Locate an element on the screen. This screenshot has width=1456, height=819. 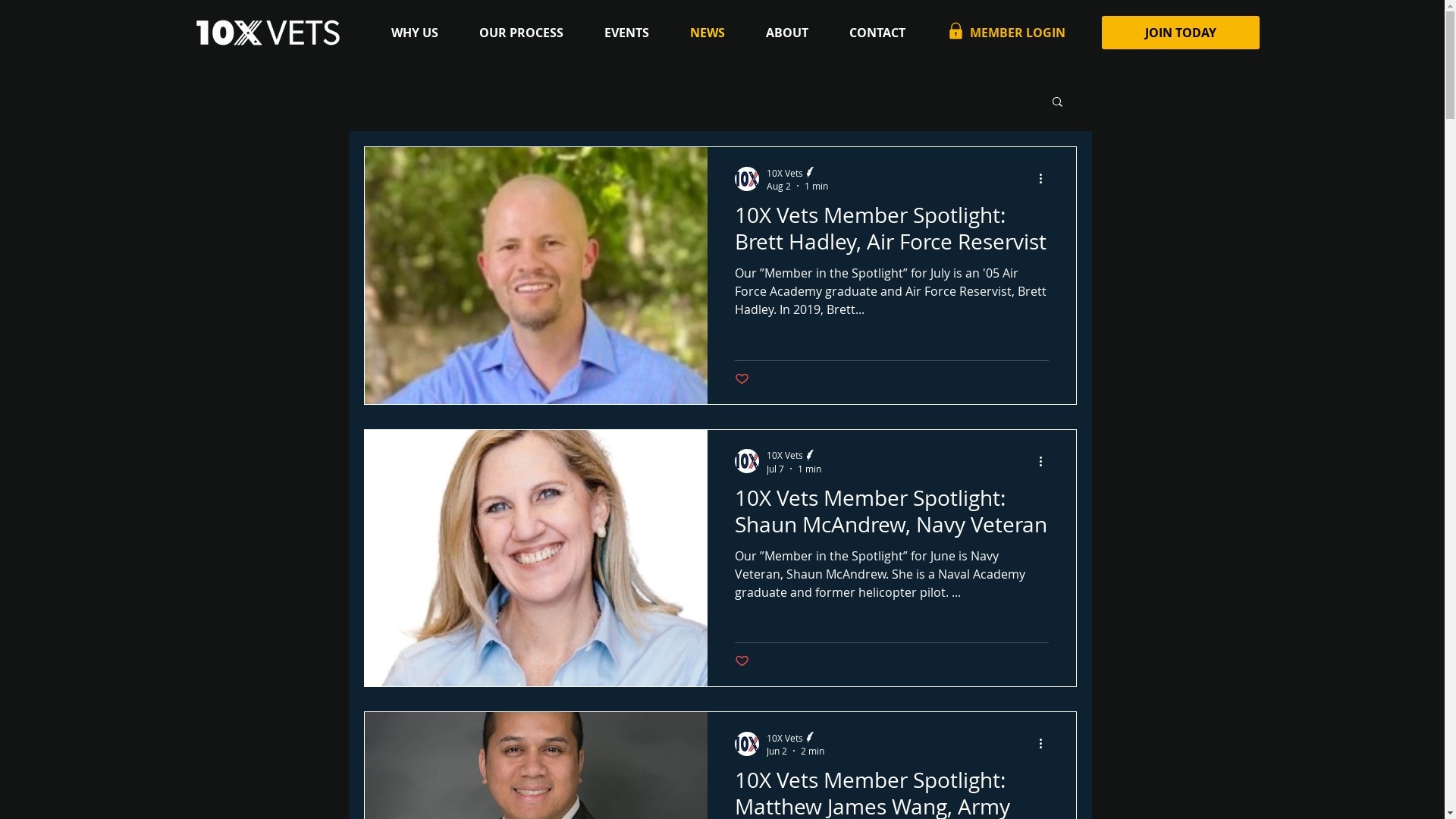
'10X Vets Member Spotlight: Shaun McAndrew, Navy Veteran' is located at coordinates (891, 514).